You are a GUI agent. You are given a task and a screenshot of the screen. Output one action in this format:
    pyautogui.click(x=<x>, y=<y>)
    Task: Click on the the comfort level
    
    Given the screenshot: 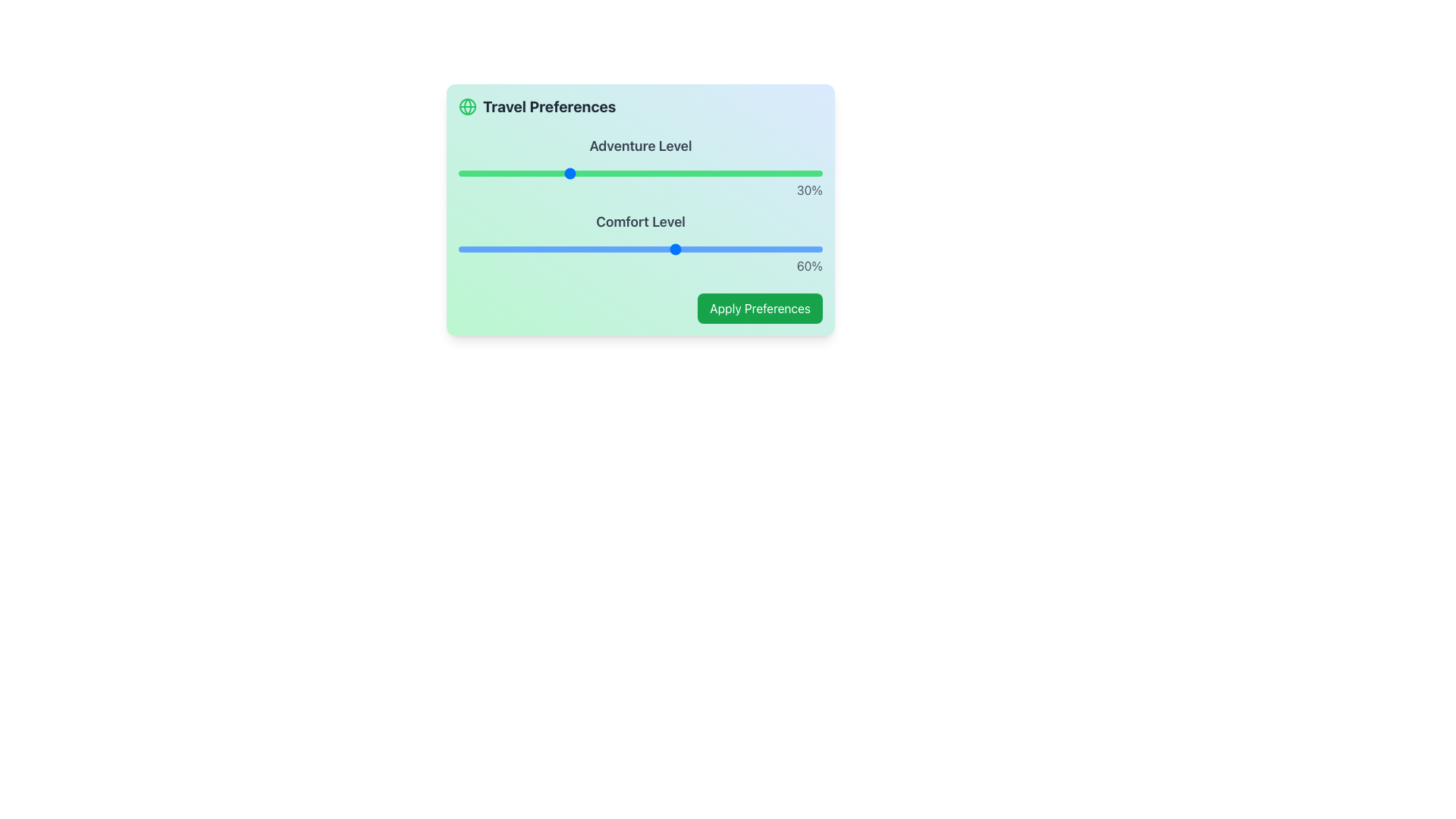 What is the action you would take?
    pyautogui.click(x=716, y=248)
    